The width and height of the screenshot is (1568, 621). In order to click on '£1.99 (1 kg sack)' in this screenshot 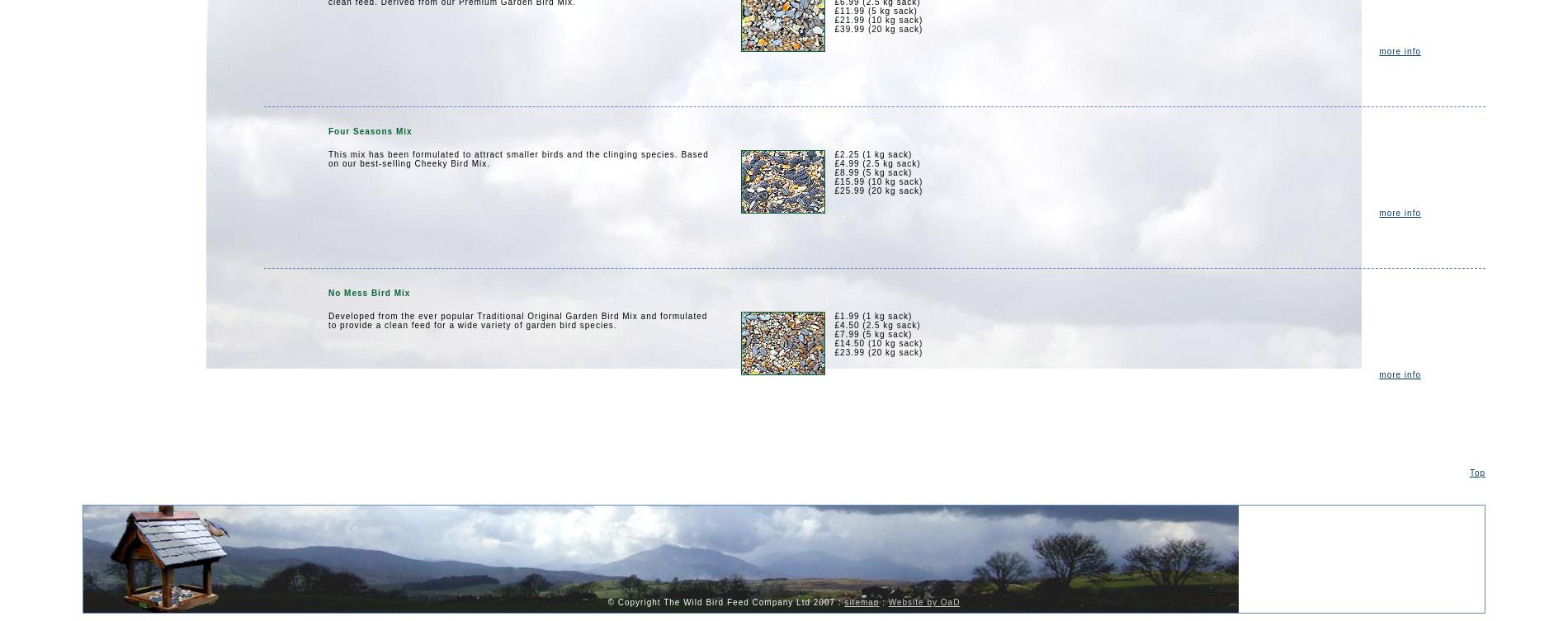, I will do `click(872, 315)`.